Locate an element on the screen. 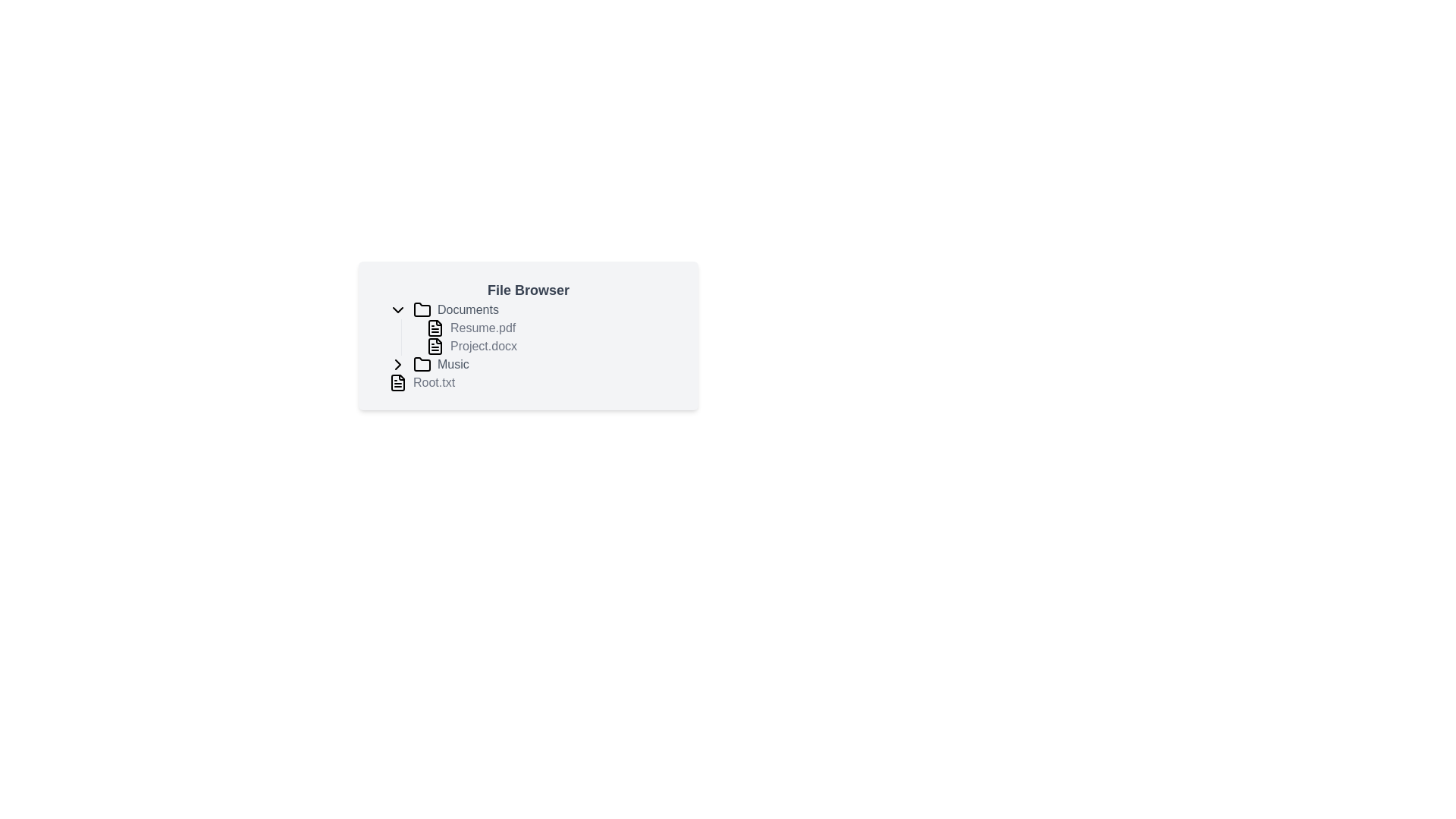  the file entry labeled 'Project.docx', which is the second file listed under the 'Documents' folder in the file browser panel is located at coordinates (471, 346).